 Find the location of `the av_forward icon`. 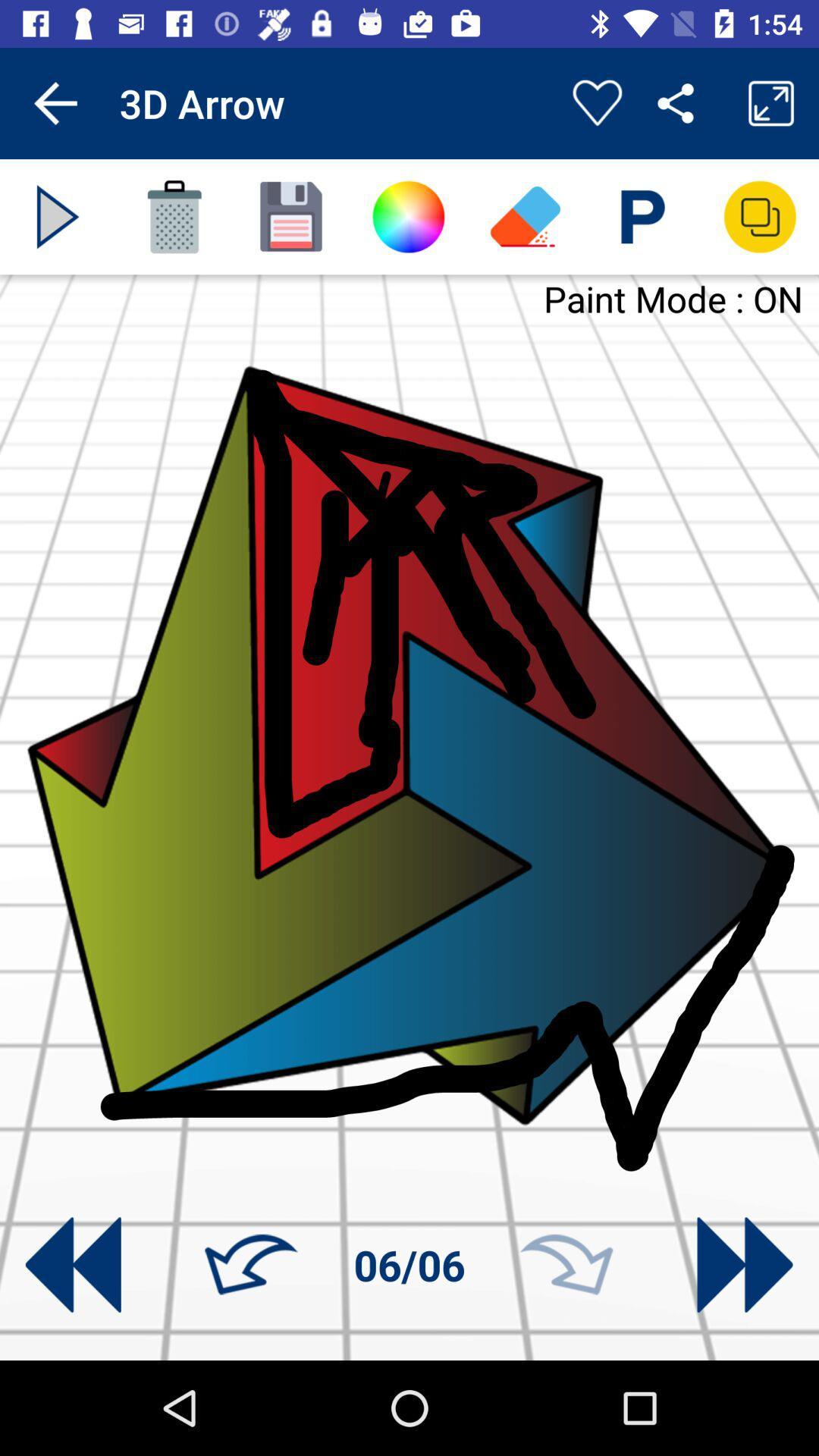

the av_forward icon is located at coordinates (744, 1265).